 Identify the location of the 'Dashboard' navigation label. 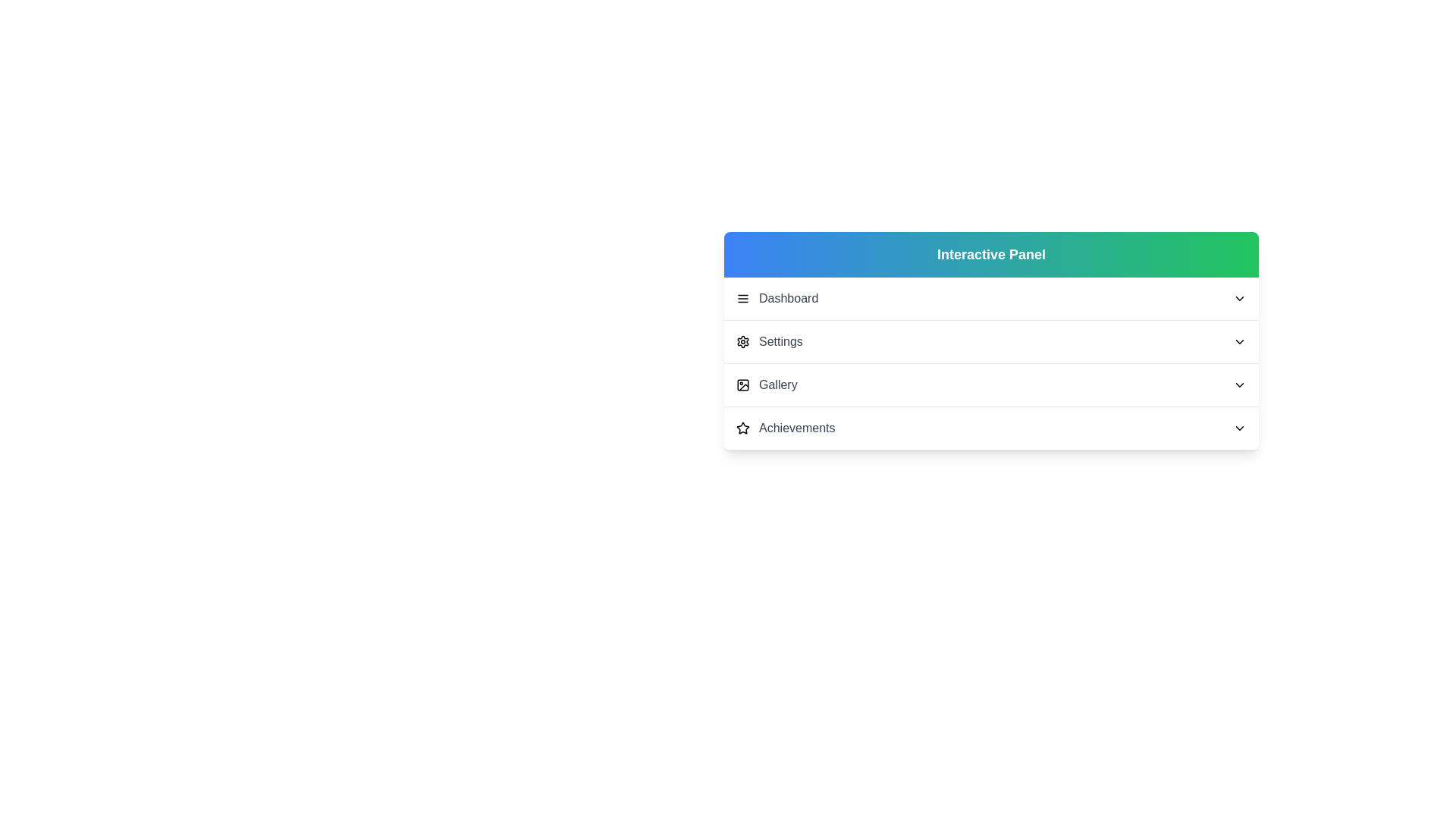
(789, 298).